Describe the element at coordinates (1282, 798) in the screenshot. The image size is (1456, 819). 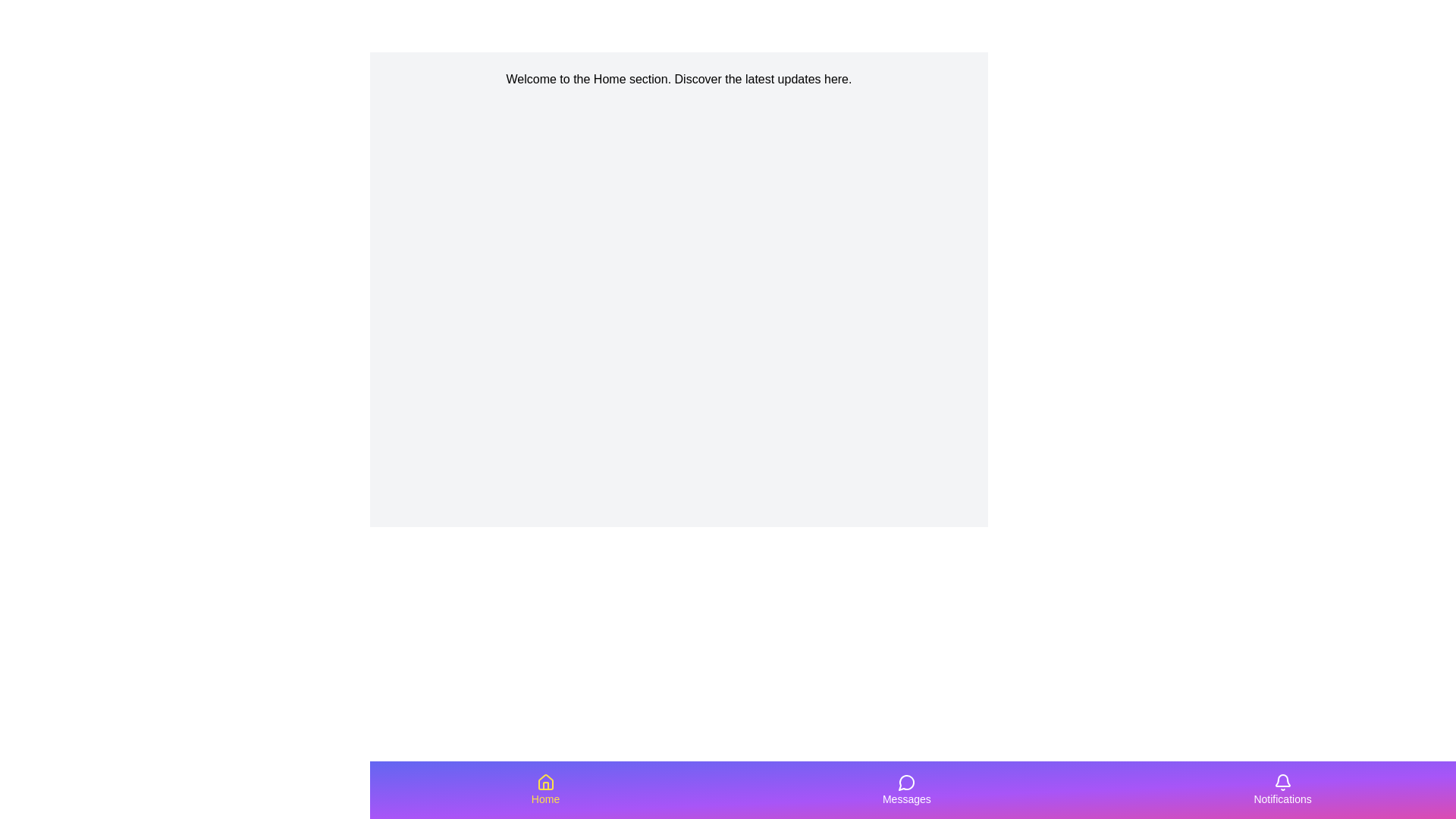
I see `the Notifications text label located in the bottom navigation bar, which clarifies the purpose of the associated bell icon` at that location.